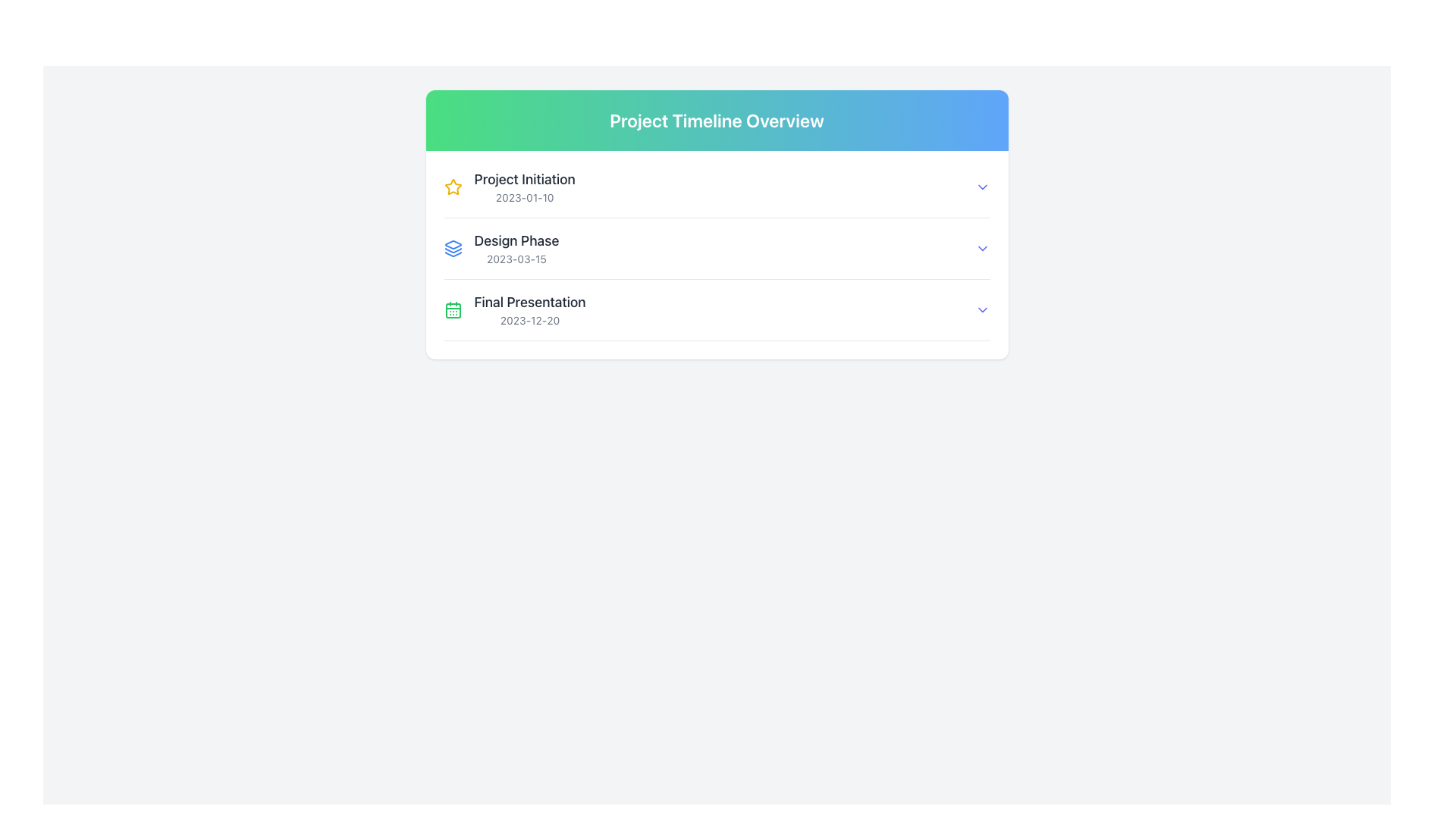 This screenshot has width=1456, height=819. I want to click on the Dropdown toggle button, which is located on the far-right side of the 'Project Initiation' section, to potentially display tooltips, so click(982, 186).